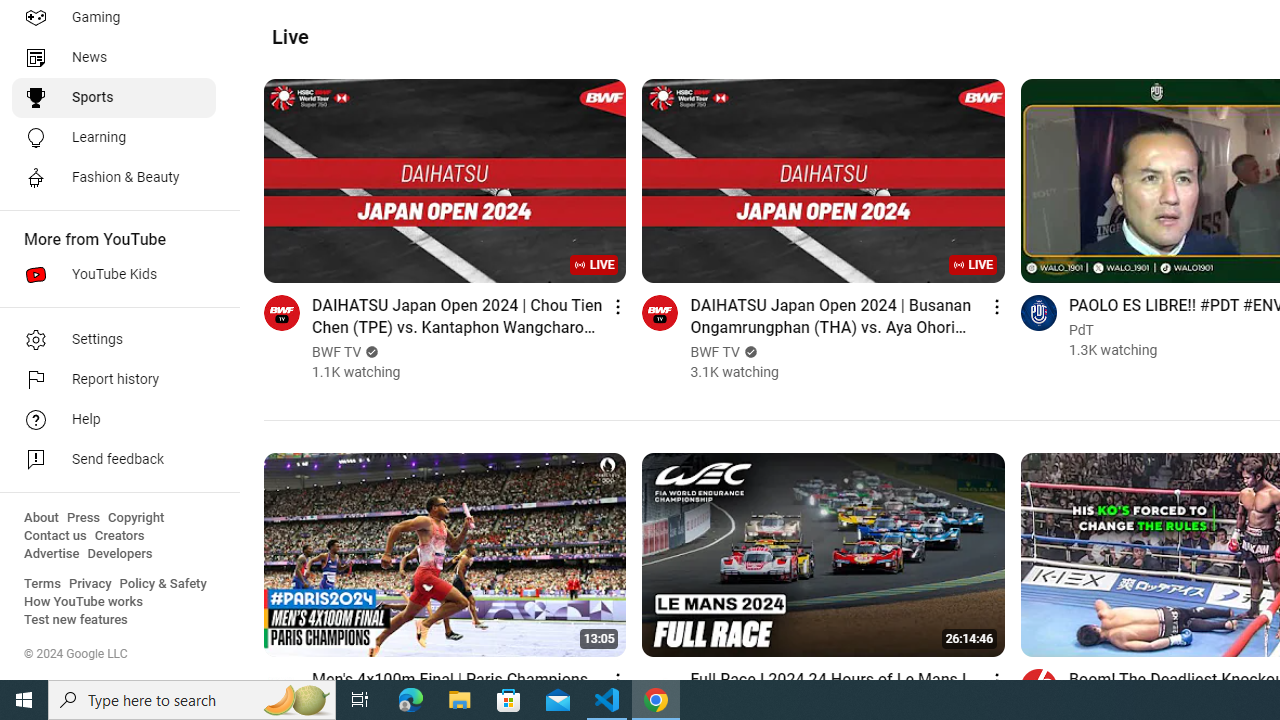 The image size is (1280, 720). Describe the element at coordinates (135, 517) in the screenshot. I see `'Copyright'` at that location.